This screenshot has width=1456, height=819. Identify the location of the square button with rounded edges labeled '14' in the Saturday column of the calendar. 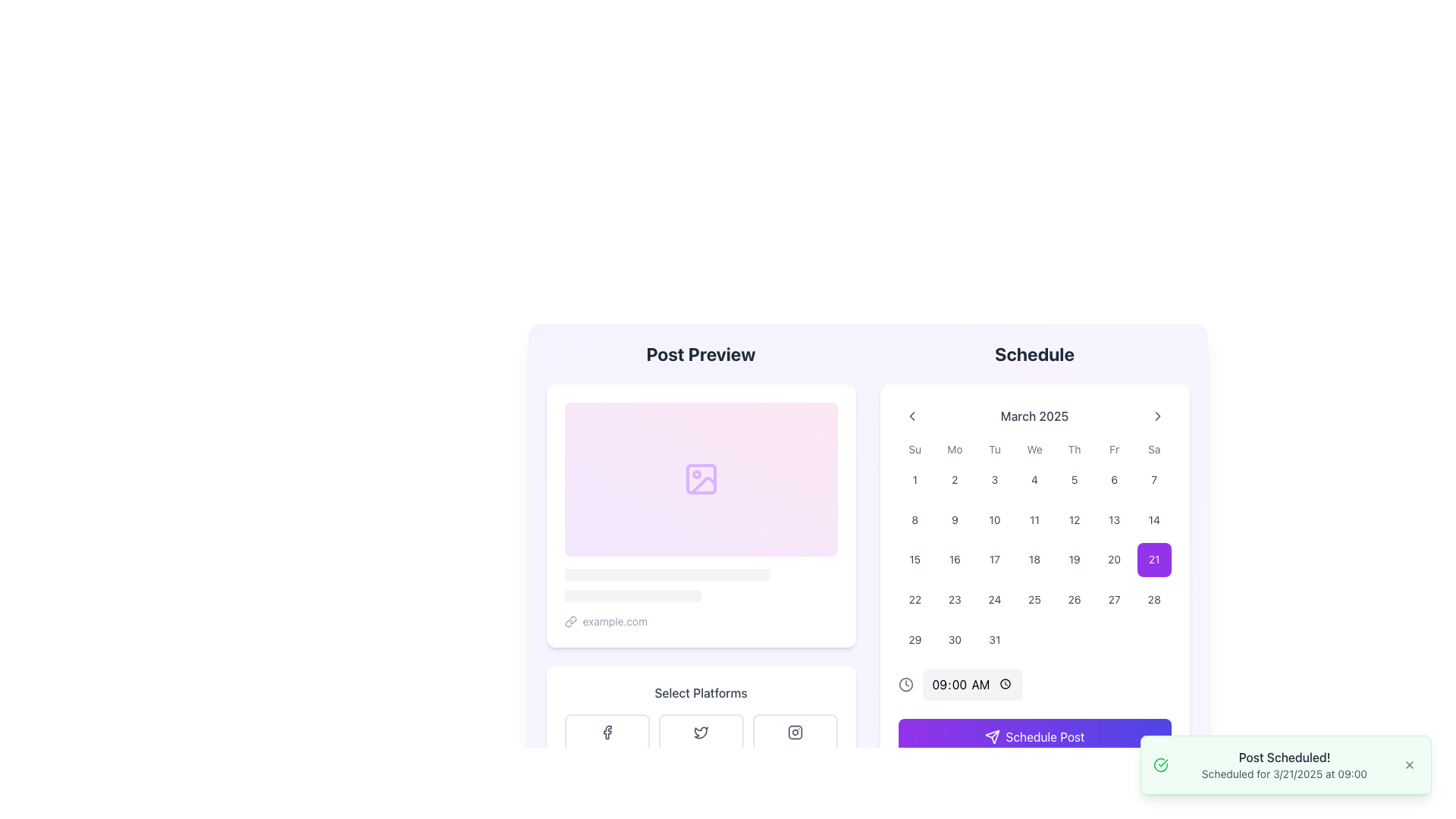
(1153, 519).